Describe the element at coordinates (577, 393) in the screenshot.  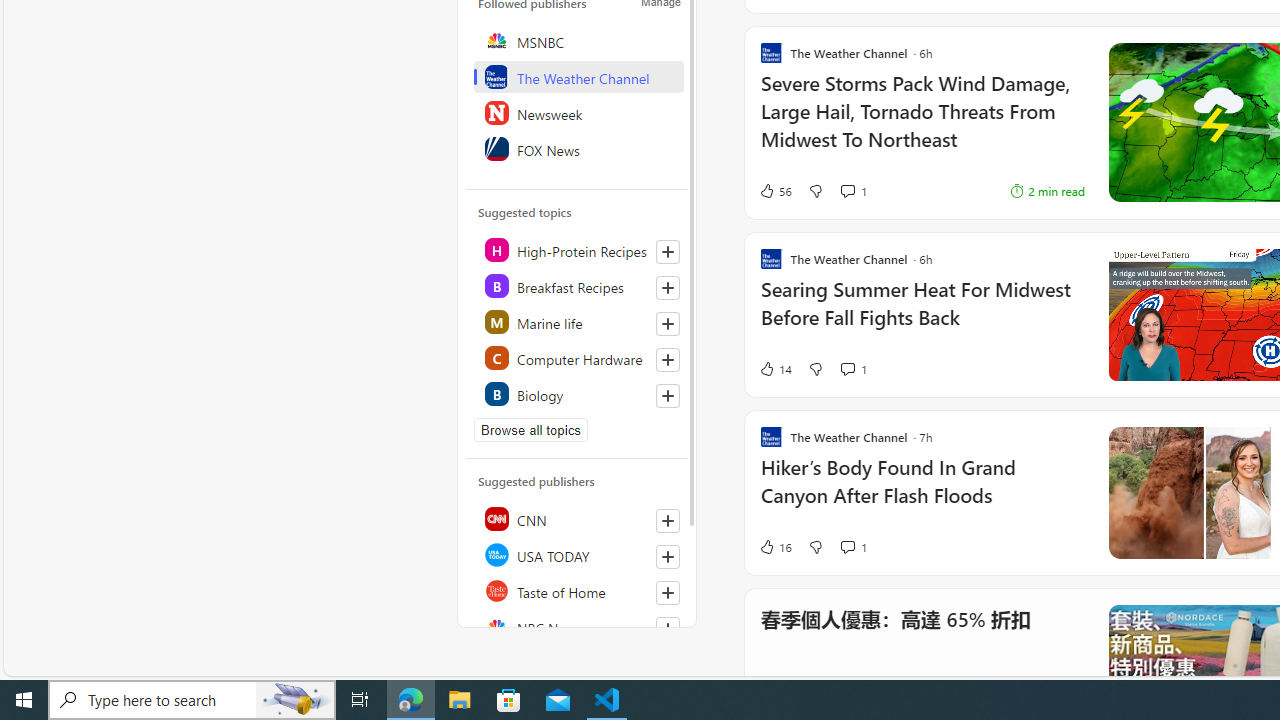
I see `'Class: highlight'` at that location.